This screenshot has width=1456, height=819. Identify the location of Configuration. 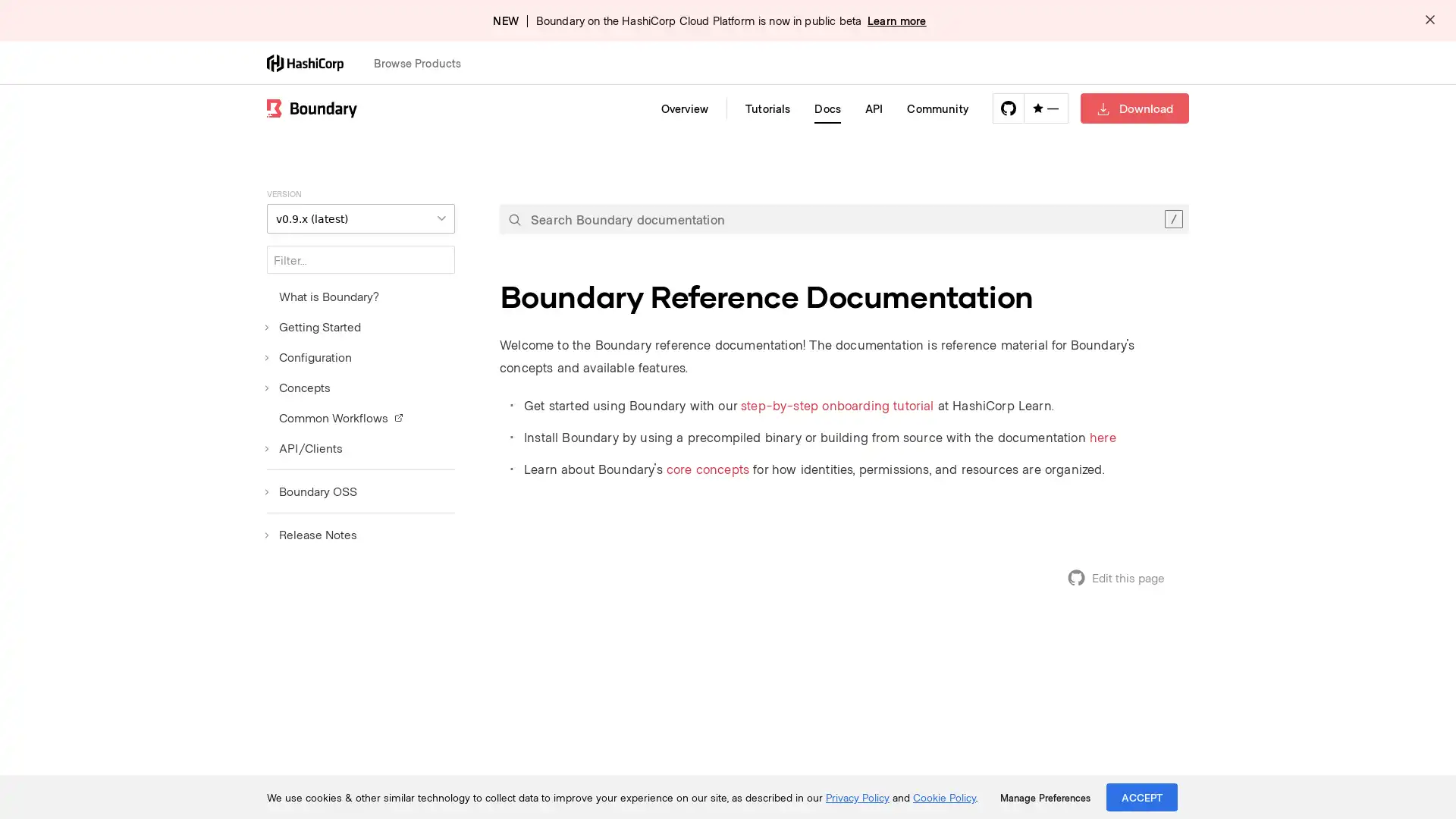
(309, 356).